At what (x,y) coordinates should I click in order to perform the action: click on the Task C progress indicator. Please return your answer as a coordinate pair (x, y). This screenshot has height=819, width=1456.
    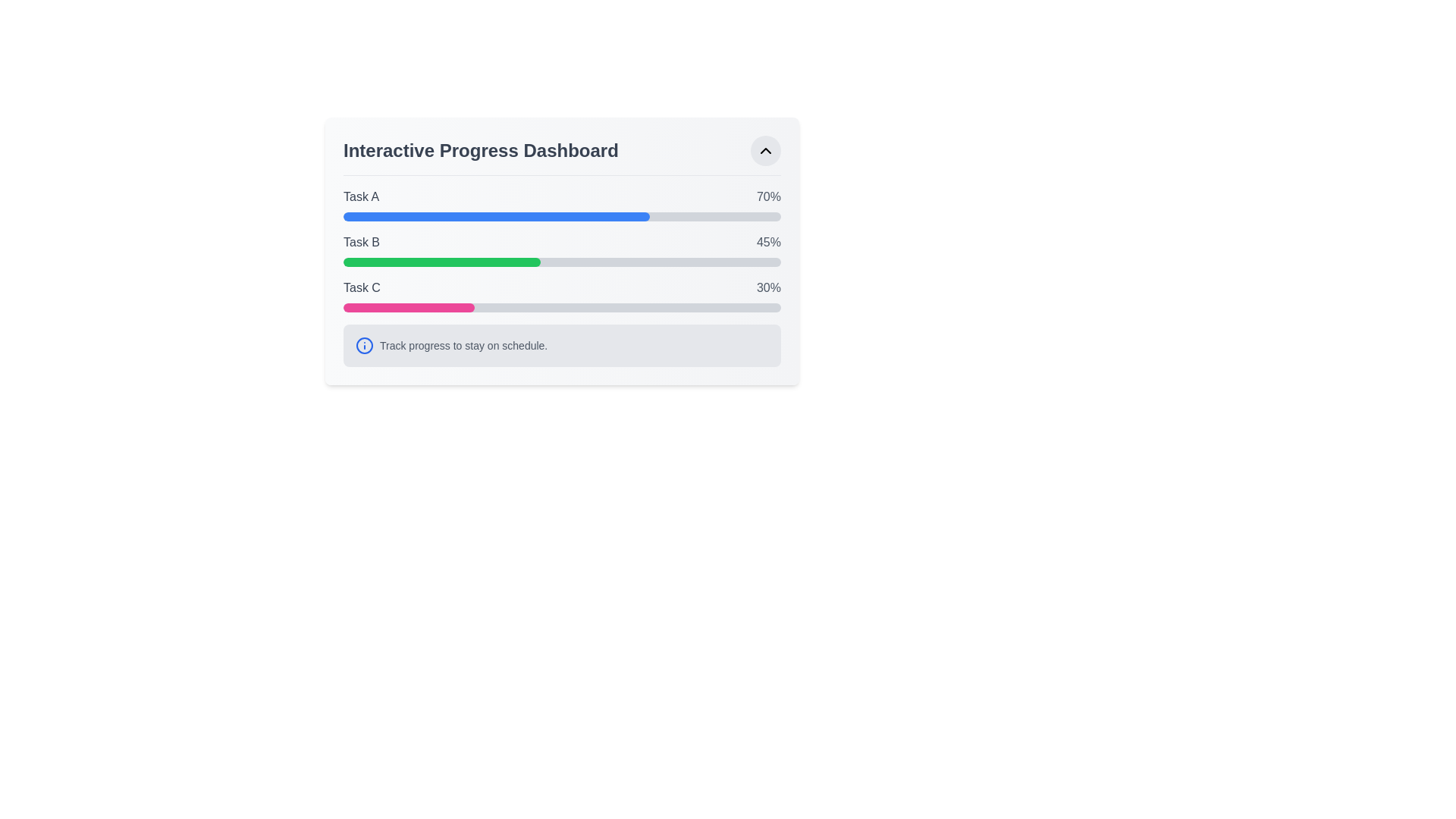
    Looking at the image, I should click on (561, 295).